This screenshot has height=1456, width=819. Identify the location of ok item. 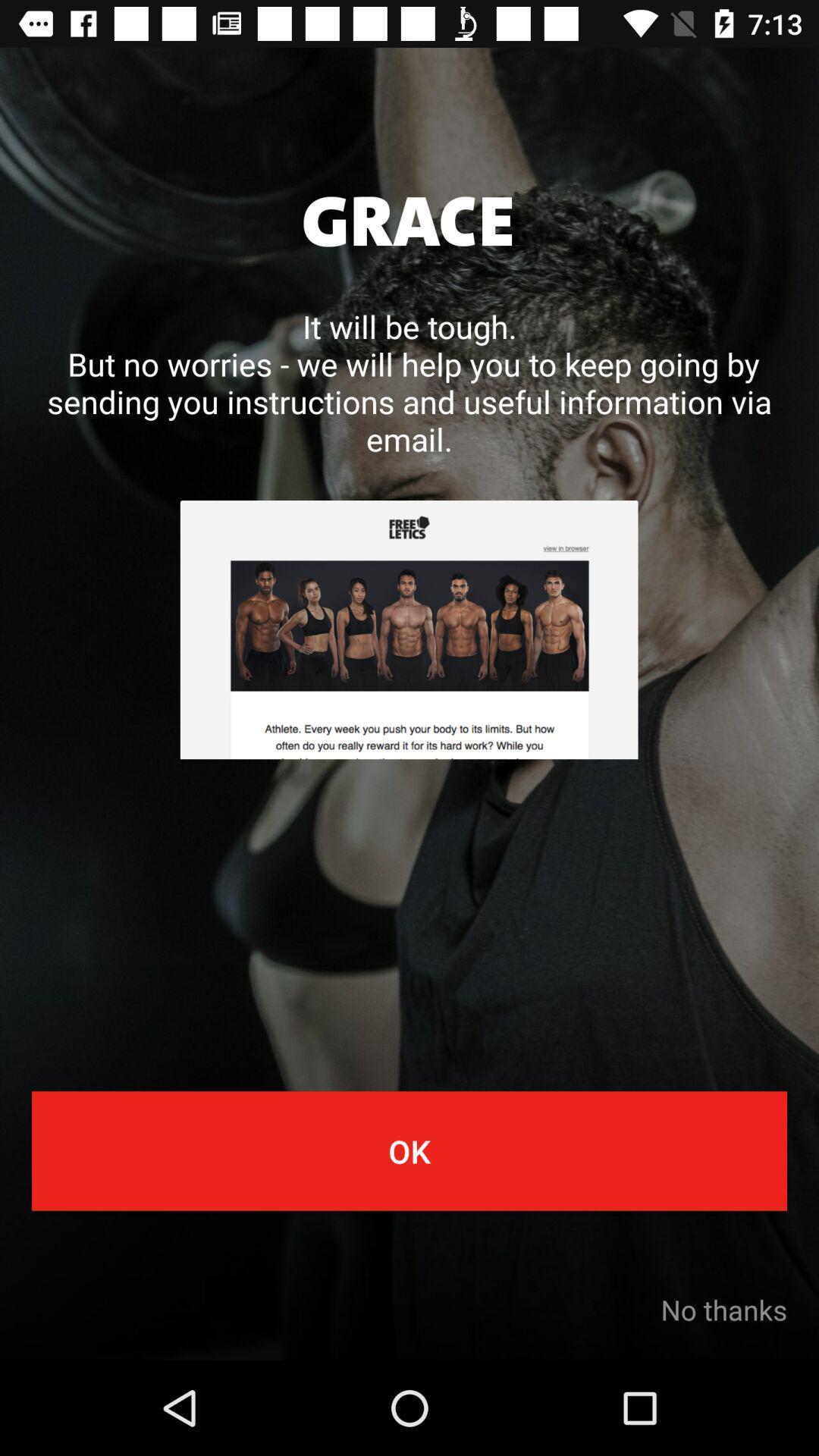
(409, 1150).